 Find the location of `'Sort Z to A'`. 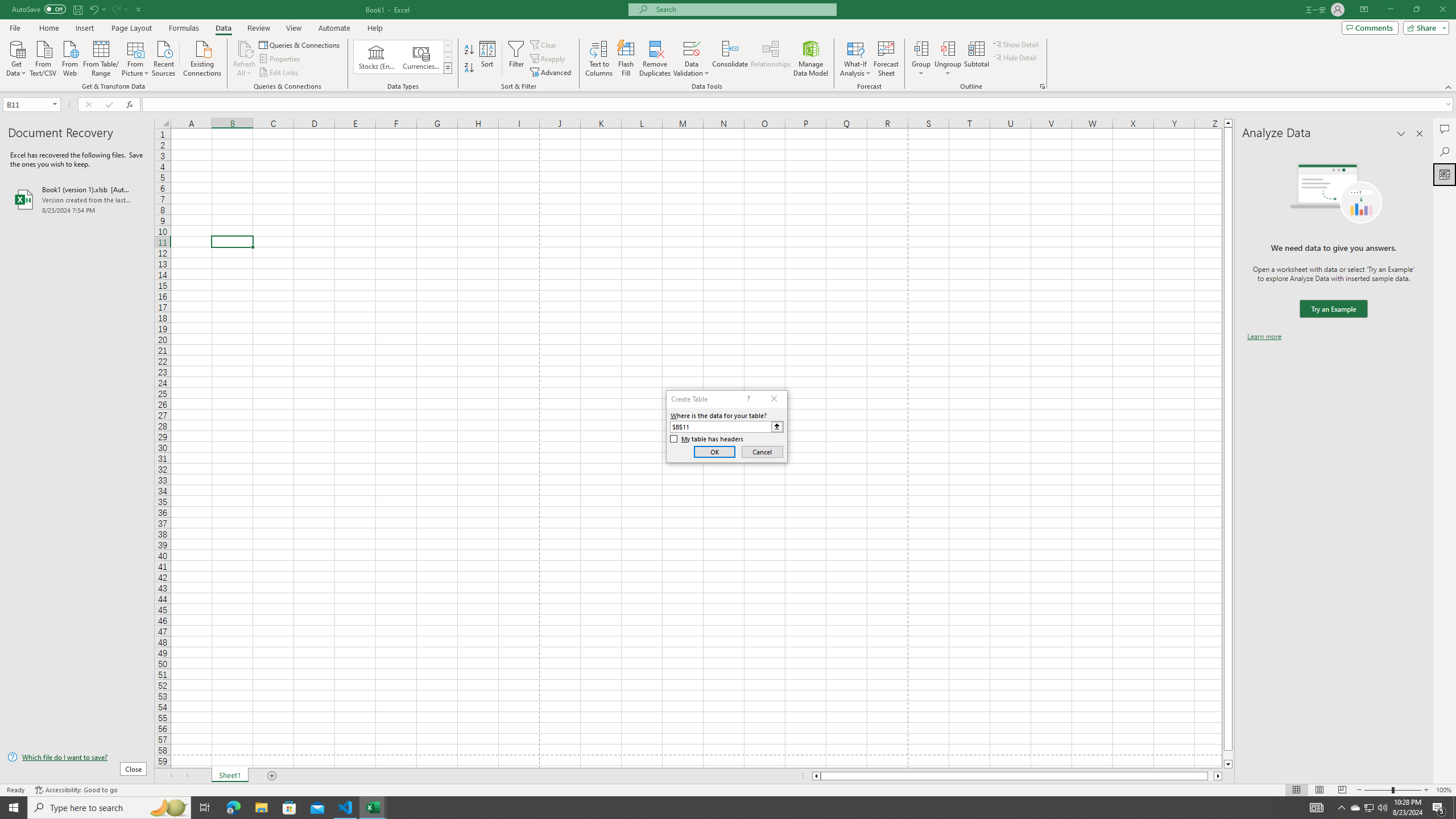

'Sort Z to A' is located at coordinates (469, 67).